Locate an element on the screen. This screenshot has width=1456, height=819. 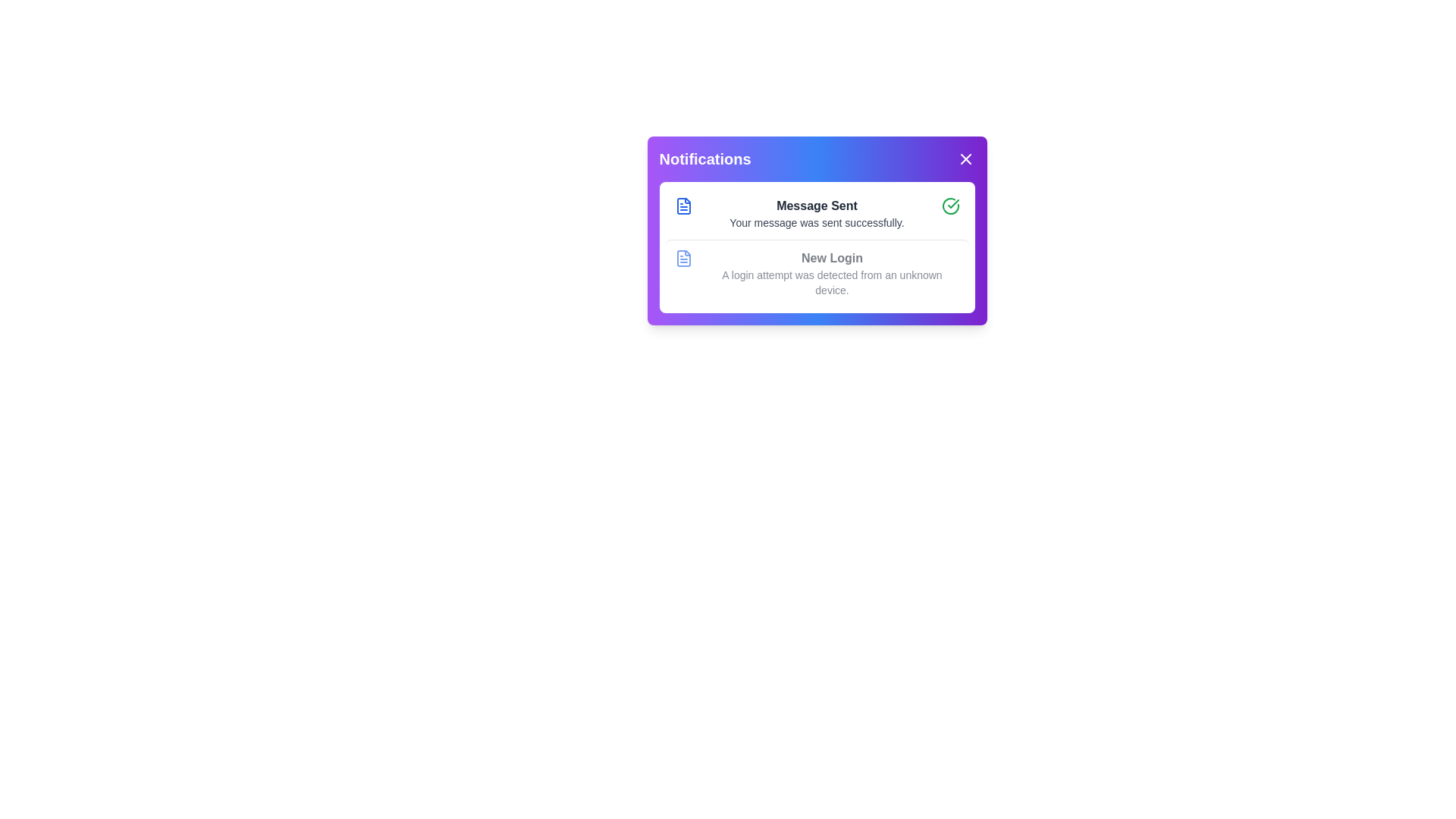
the text label that serves as the title for the notification about a login attempt, located below the 'Message Sent' section in a stacked notification layout is located at coordinates (831, 257).